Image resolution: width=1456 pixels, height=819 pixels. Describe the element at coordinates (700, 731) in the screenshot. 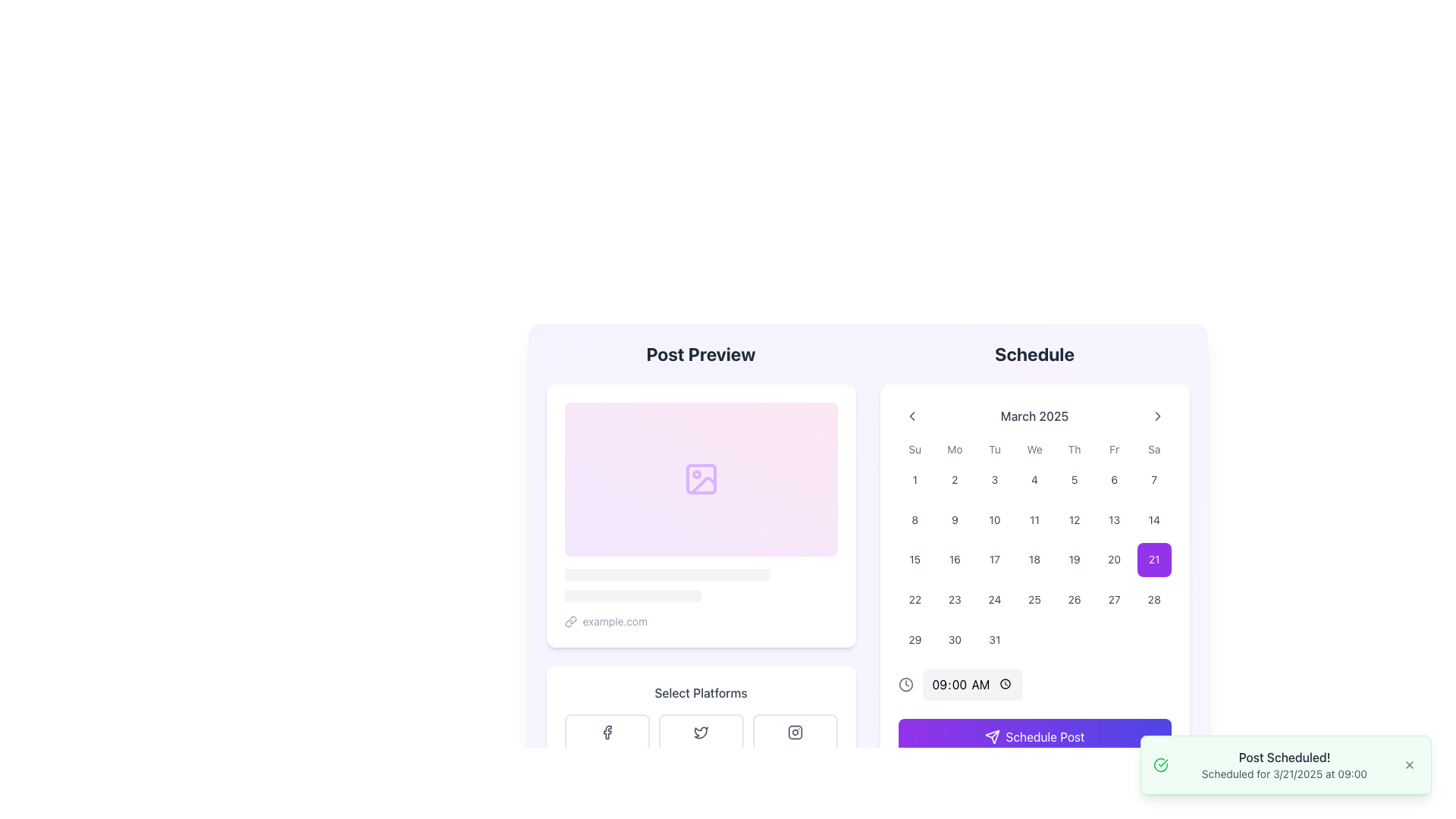

I see `the Twitter icon by navigating to it` at that location.